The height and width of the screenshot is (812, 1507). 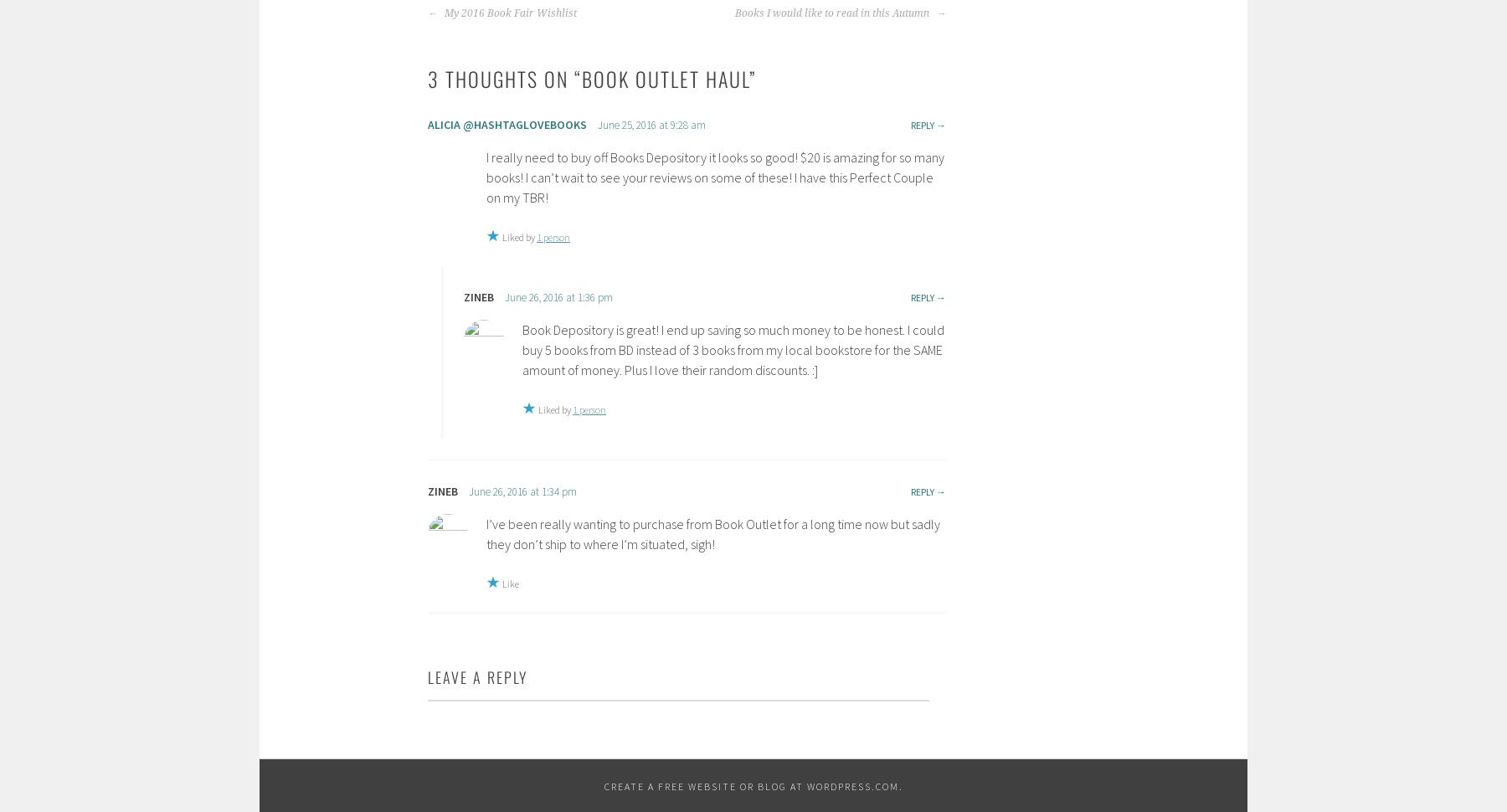 What do you see at coordinates (558, 296) in the screenshot?
I see `'June 26, 2016 at 1:36 pm'` at bounding box center [558, 296].